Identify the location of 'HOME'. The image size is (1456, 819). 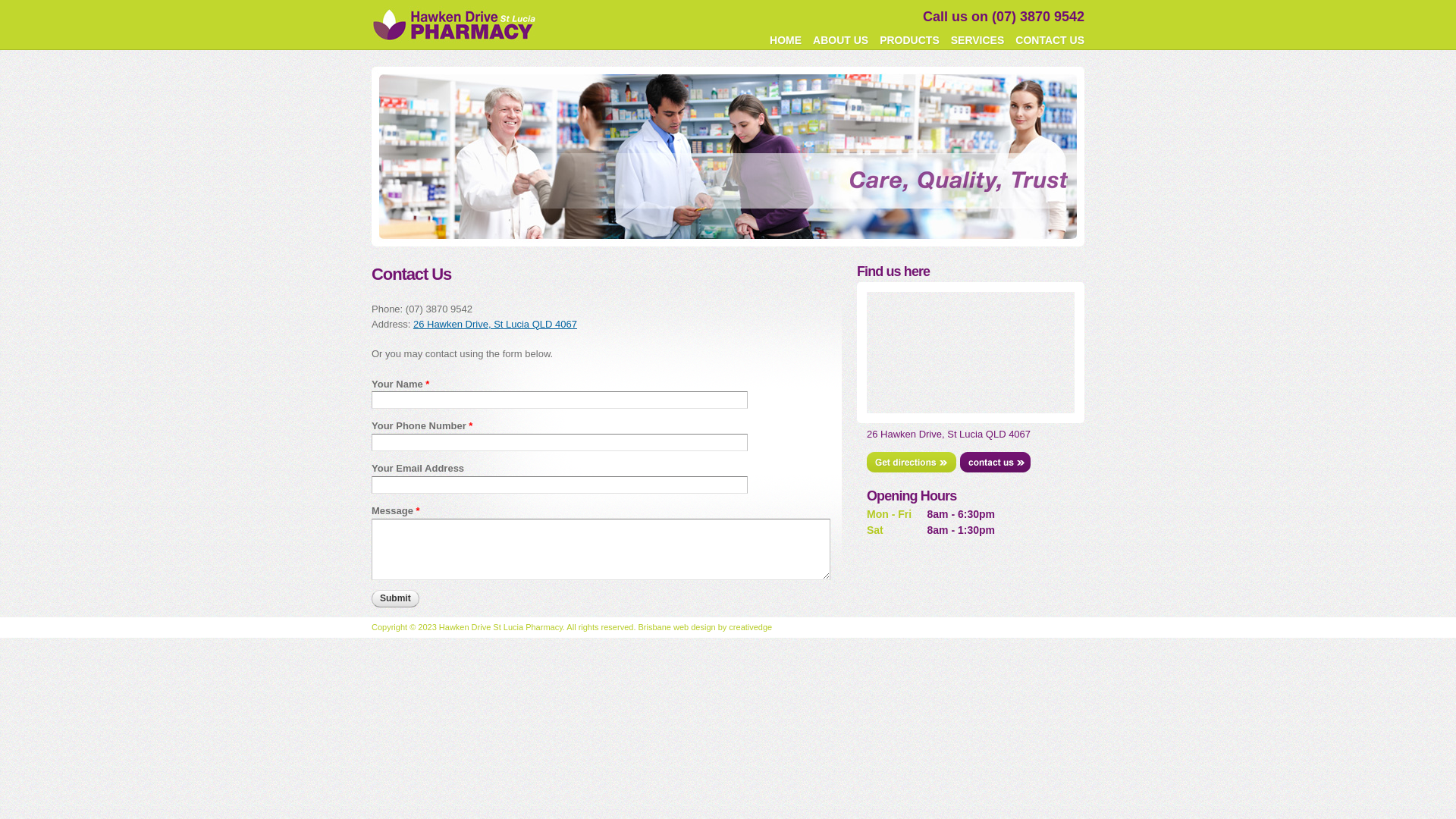
(765, 39).